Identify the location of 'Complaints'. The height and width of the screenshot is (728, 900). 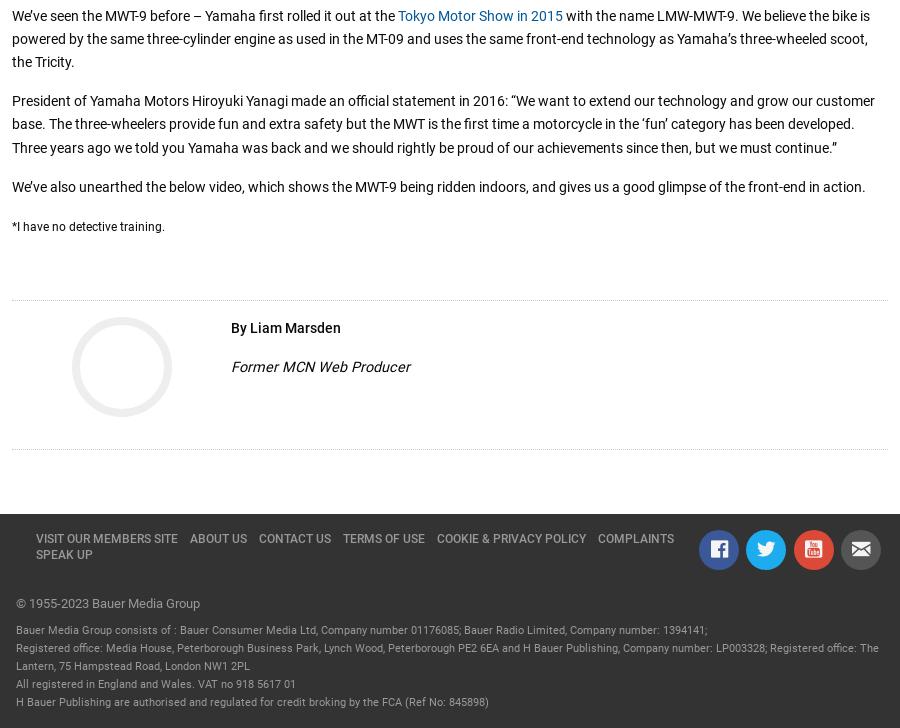
(636, 537).